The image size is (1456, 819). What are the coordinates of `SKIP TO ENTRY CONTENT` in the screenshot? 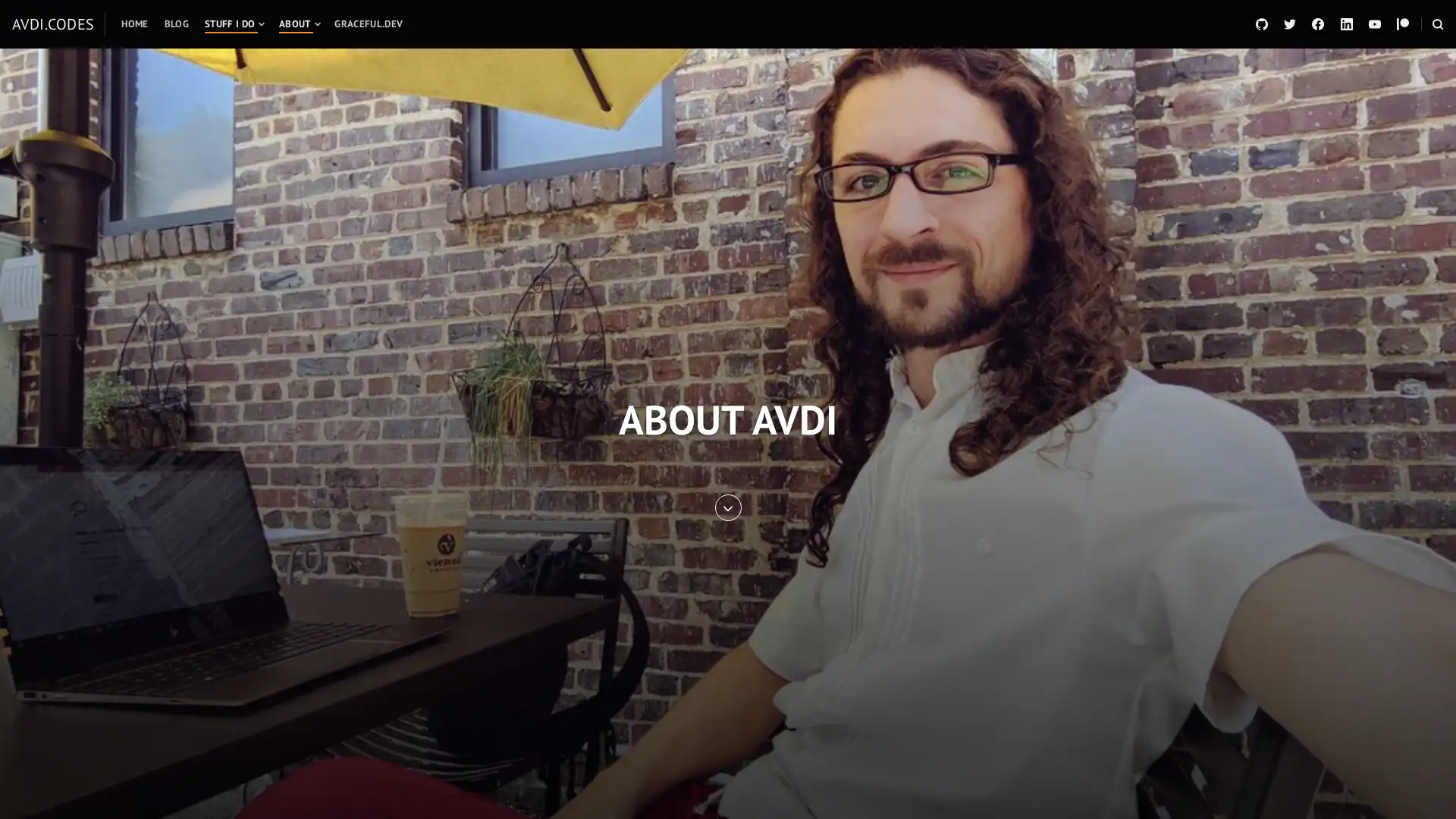 It's located at (726, 507).